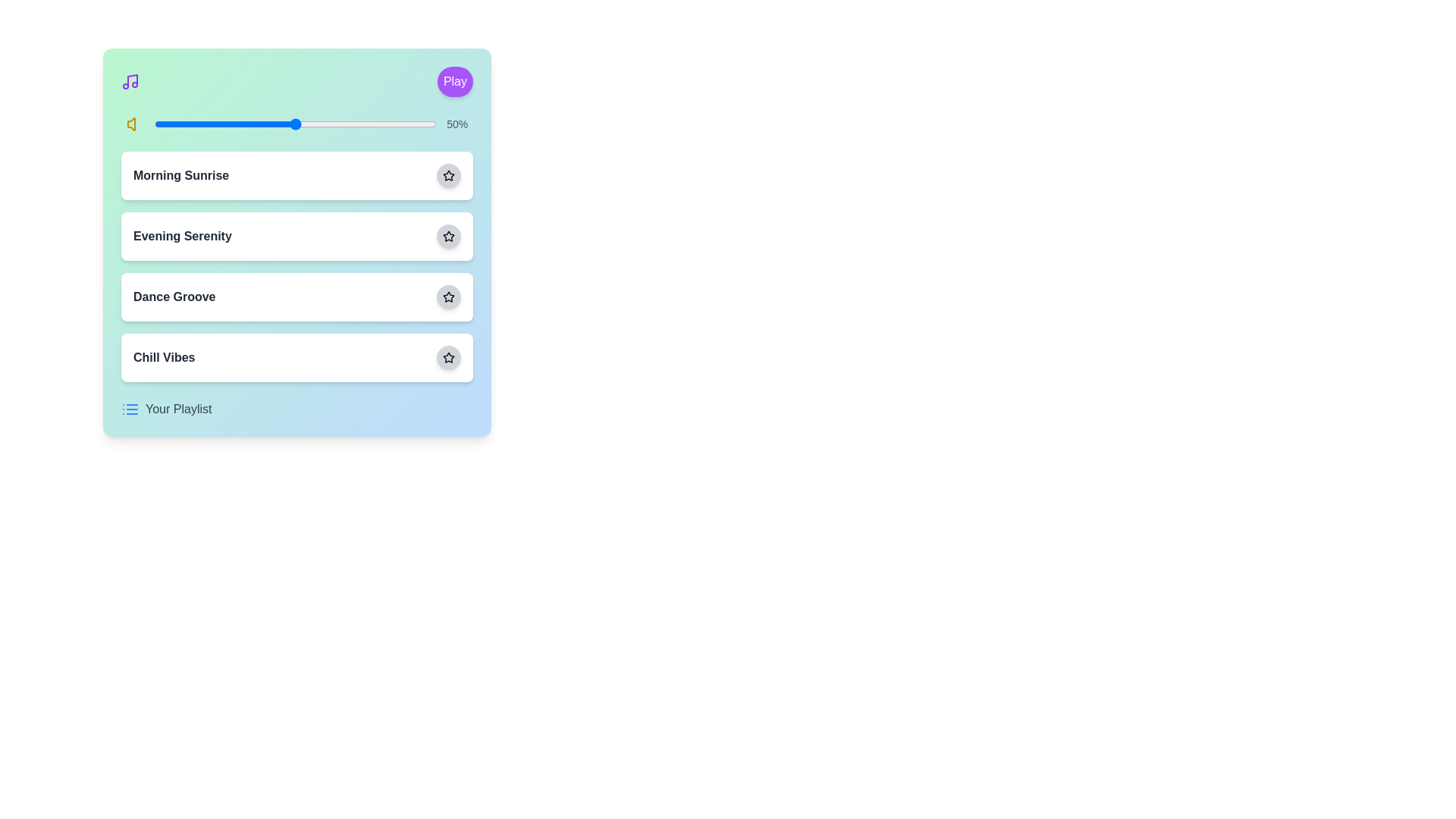  Describe the element at coordinates (301, 124) in the screenshot. I see `the slider` at that location.